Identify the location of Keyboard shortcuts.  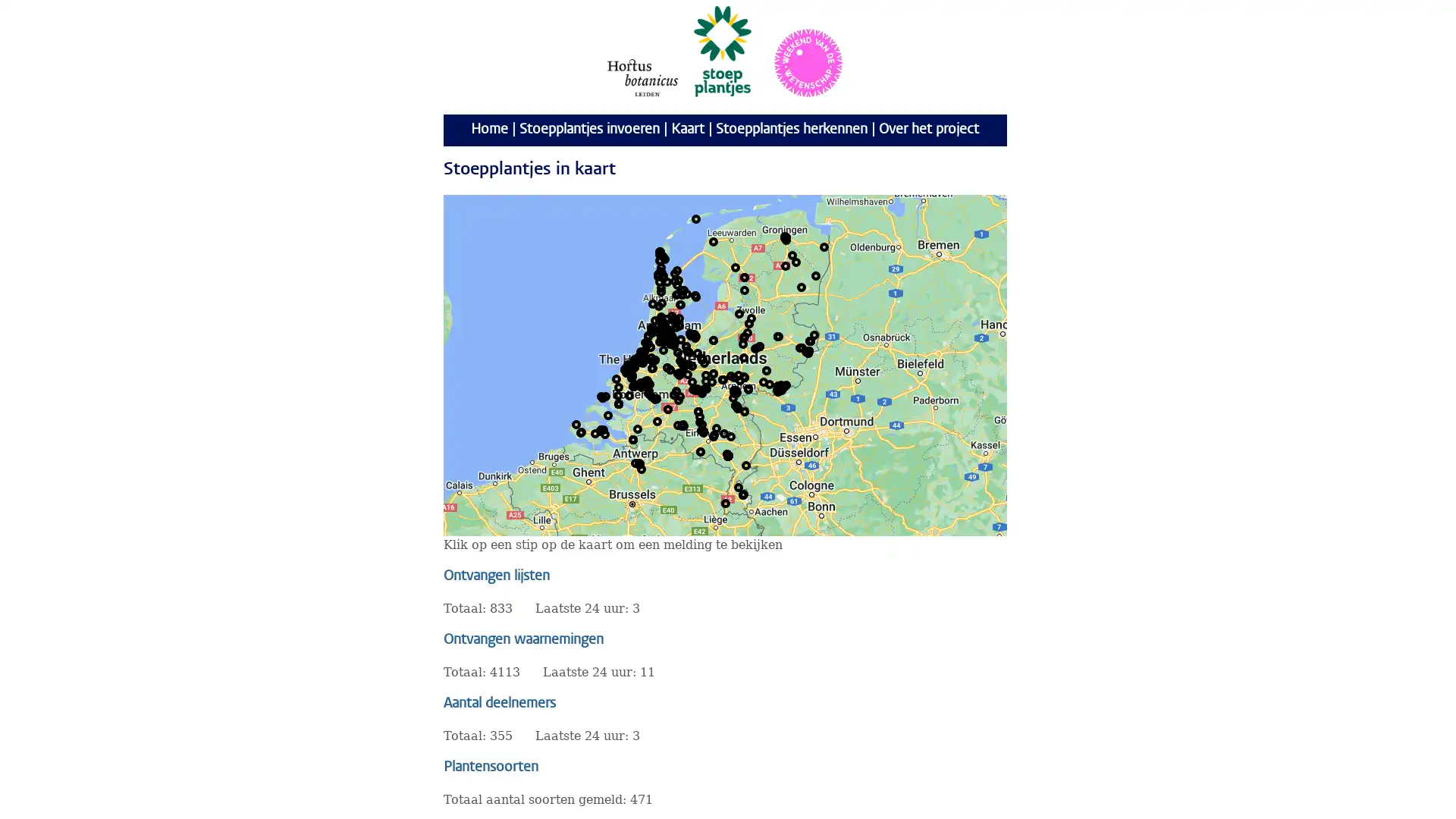
(628, 533).